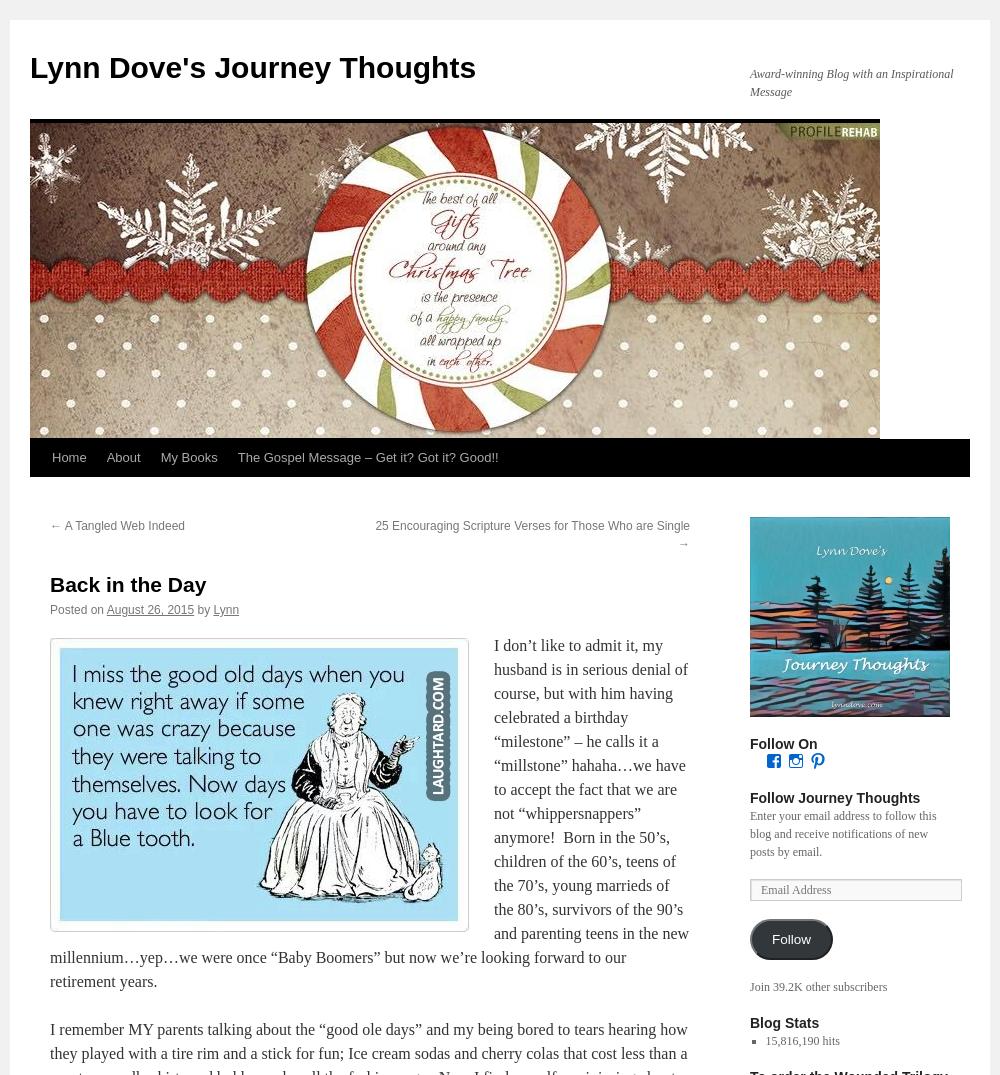  I want to click on '15,816,190 hits', so click(802, 1041).